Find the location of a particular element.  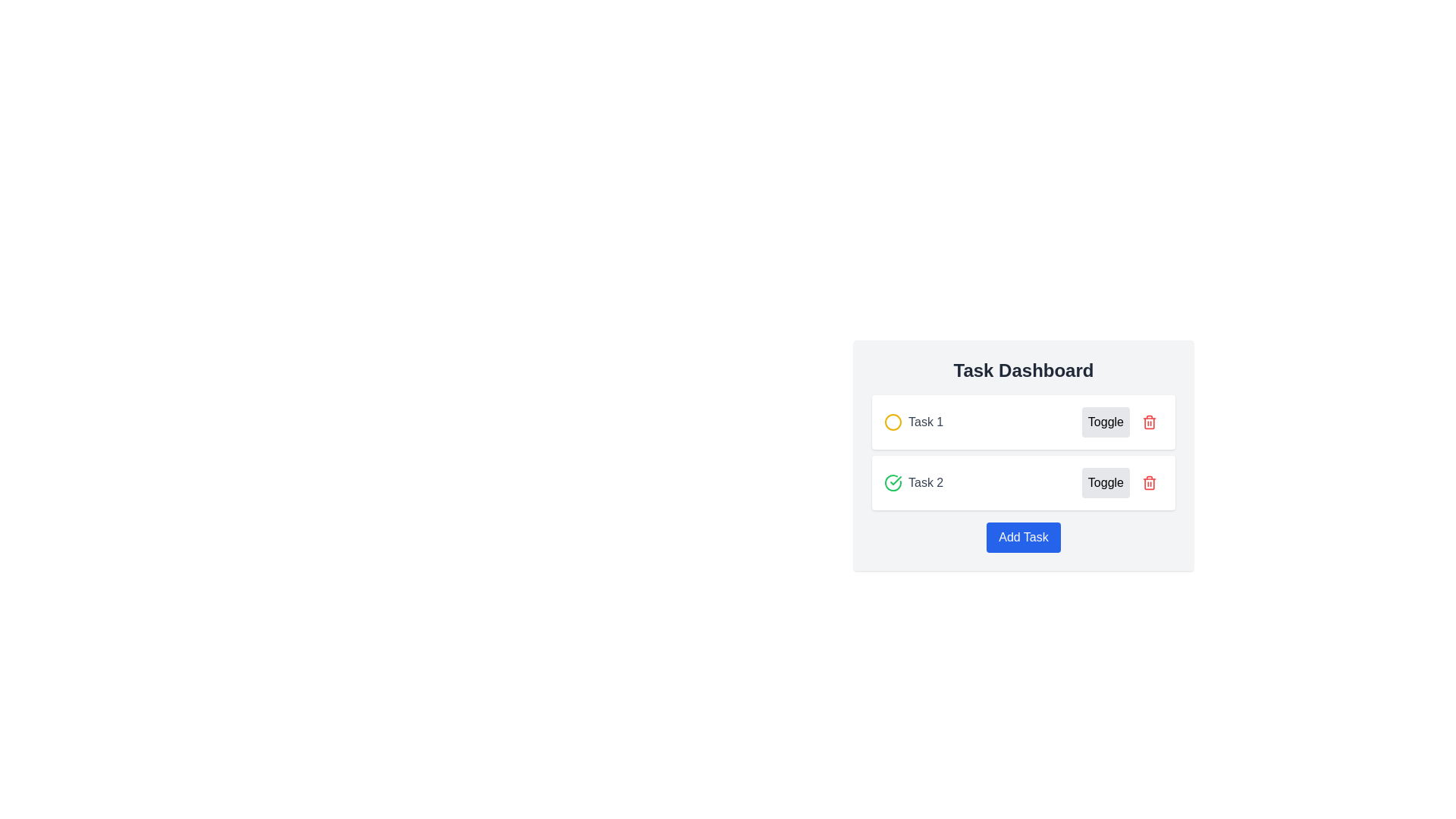

the delete button with an icon located at the far right of the second task entry in the Task Dashboard is located at coordinates (1150, 482).